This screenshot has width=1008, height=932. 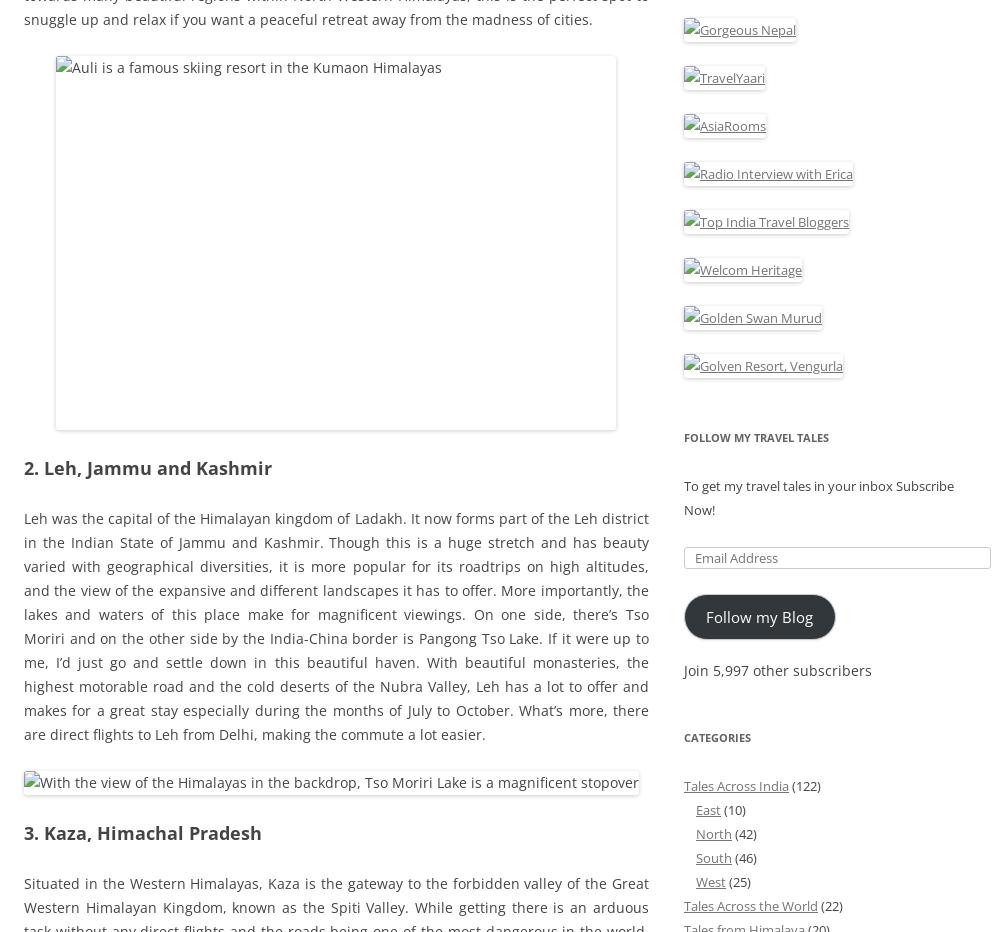 What do you see at coordinates (717, 735) in the screenshot?
I see `'Categories'` at bounding box center [717, 735].